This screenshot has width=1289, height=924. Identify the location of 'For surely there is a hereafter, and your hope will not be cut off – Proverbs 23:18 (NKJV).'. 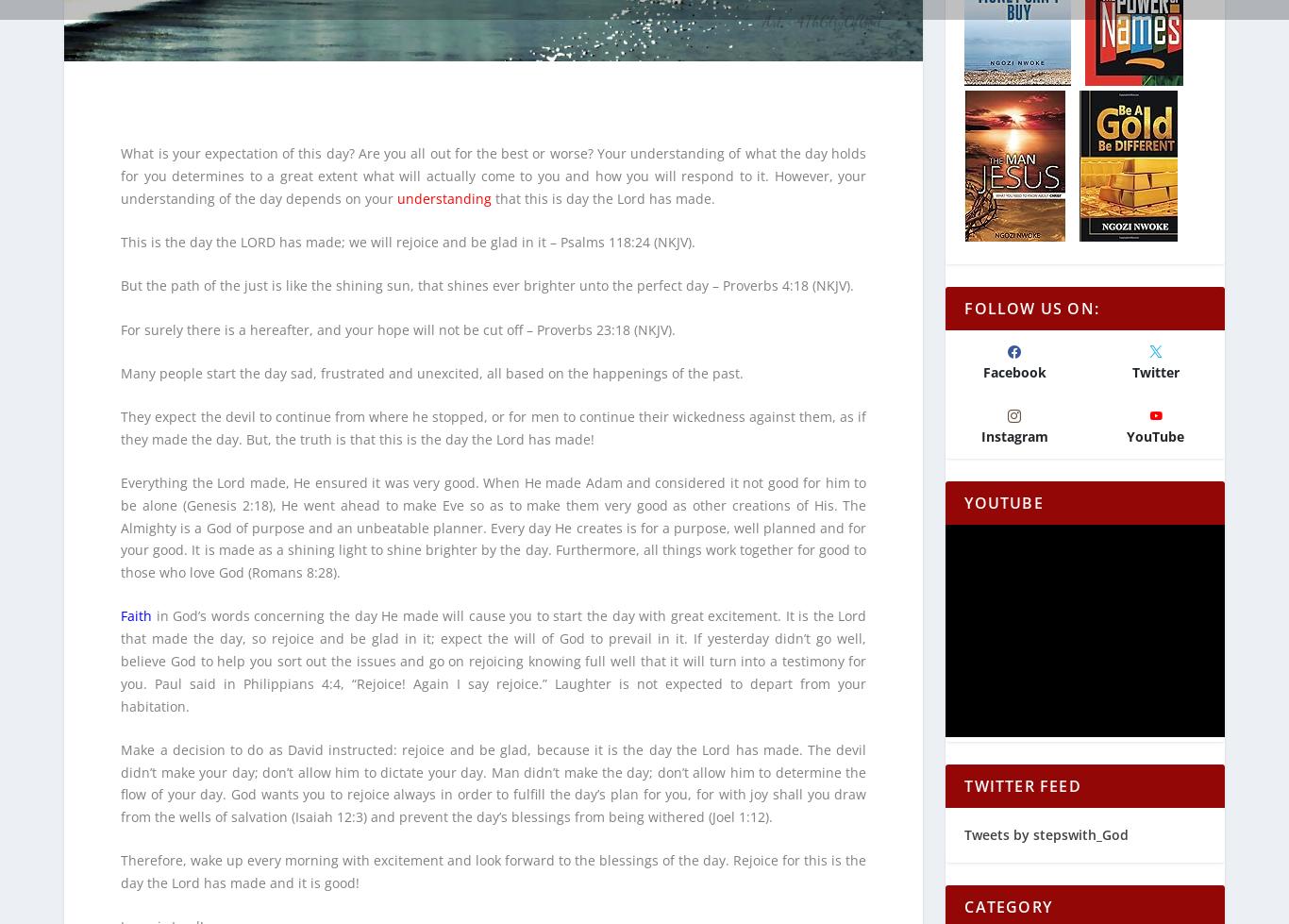
(119, 316).